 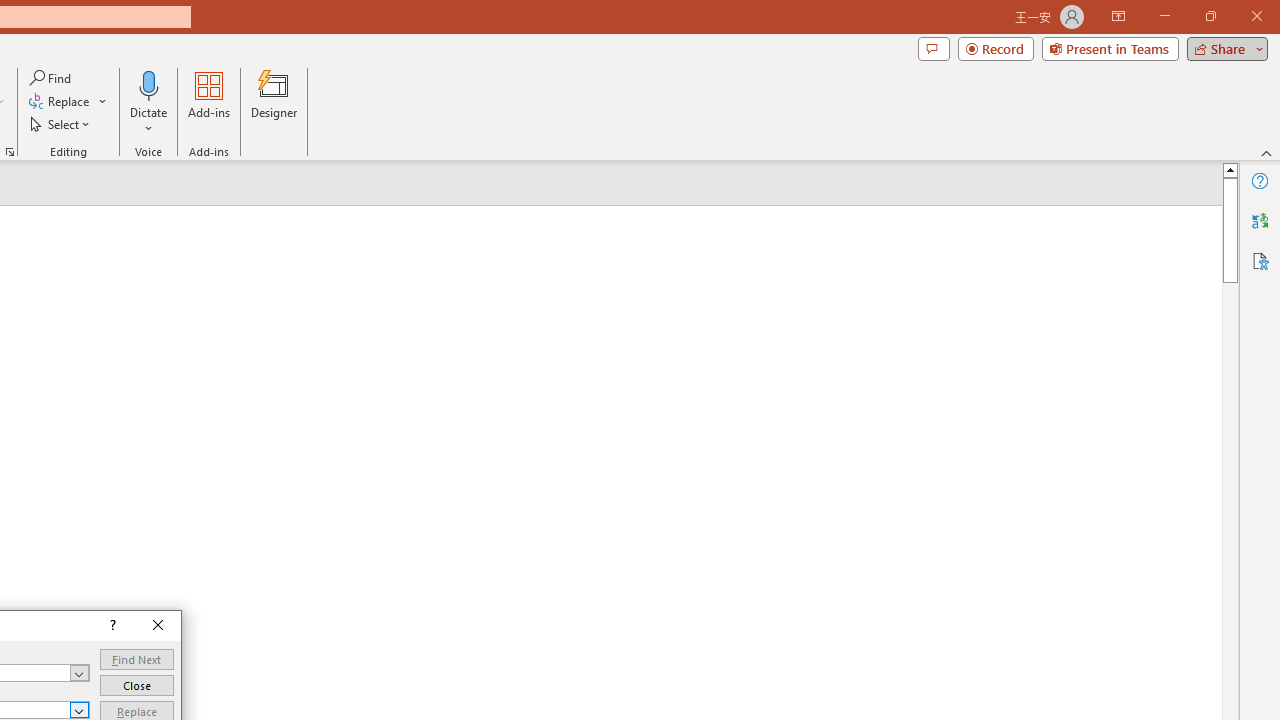 I want to click on 'Dictate', so click(x=148, y=84).